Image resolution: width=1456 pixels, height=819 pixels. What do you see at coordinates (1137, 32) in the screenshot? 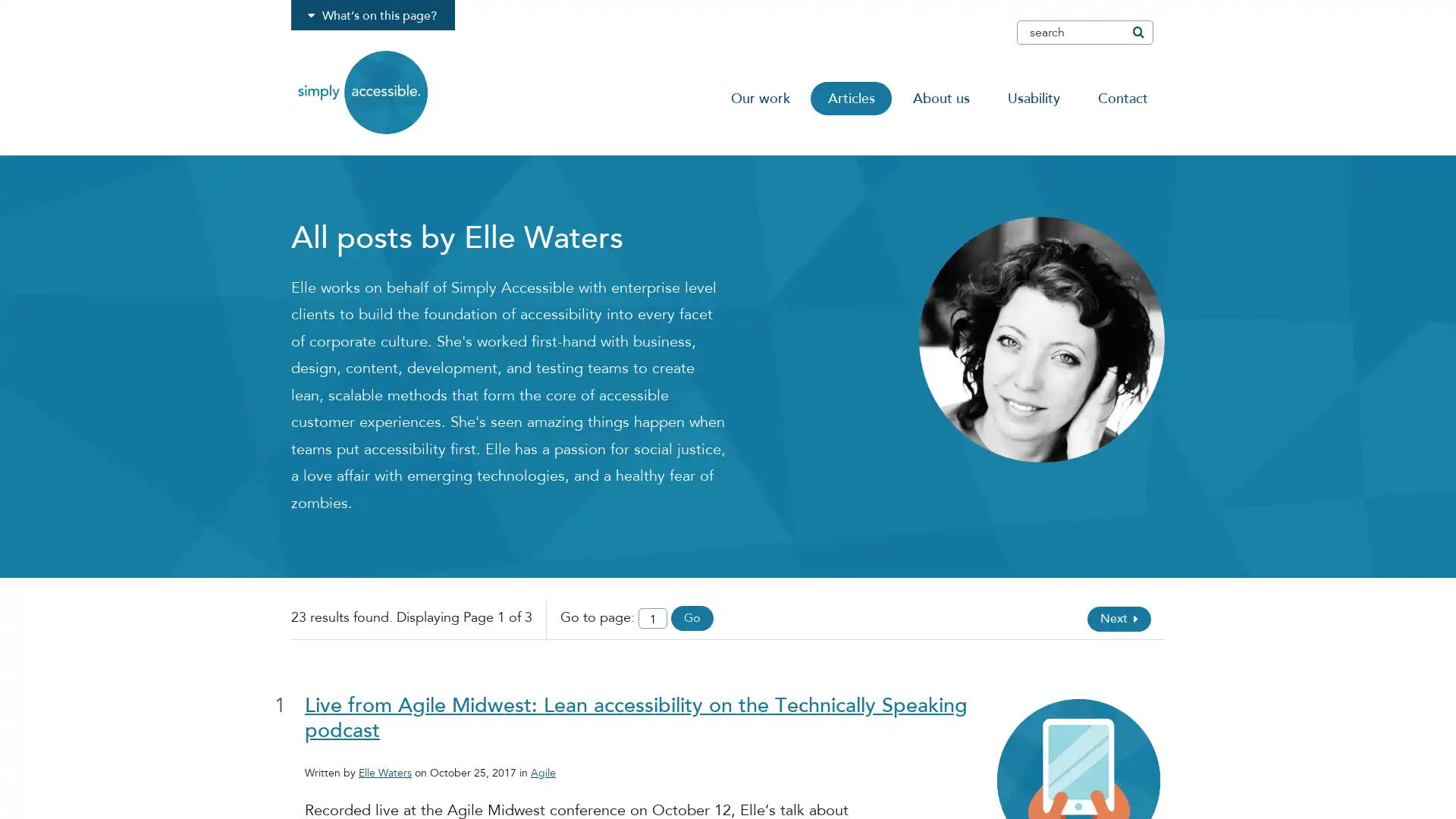
I see `Submit Search` at bounding box center [1137, 32].